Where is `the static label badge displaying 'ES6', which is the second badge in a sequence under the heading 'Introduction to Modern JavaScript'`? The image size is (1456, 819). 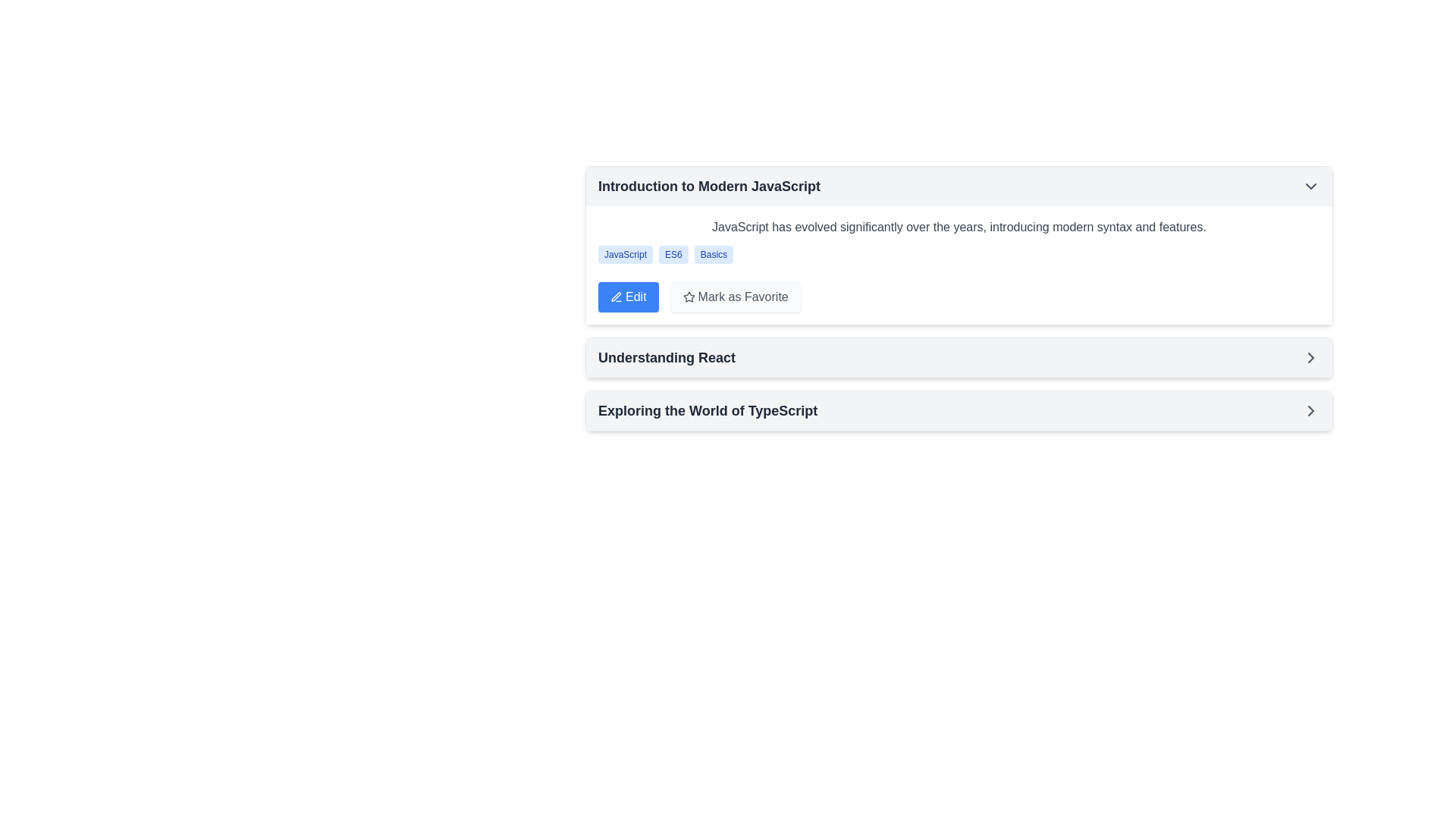
the static label badge displaying 'ES6', which is the second badge in a sequence under the heading 'Introduction to Modern JavaScript' is located at coordinates (673, 253).